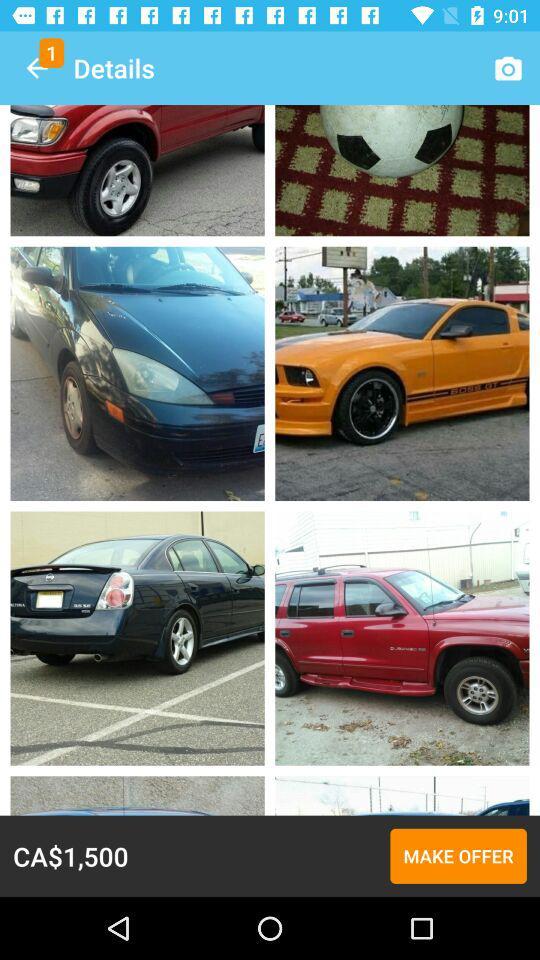 The width and height of the screenshot is (540, 960). What do you see at coordinates (458, 855) in the screenshot?
I see `the icon next to ca$1,500 icon` at bounding box center [458, 855].